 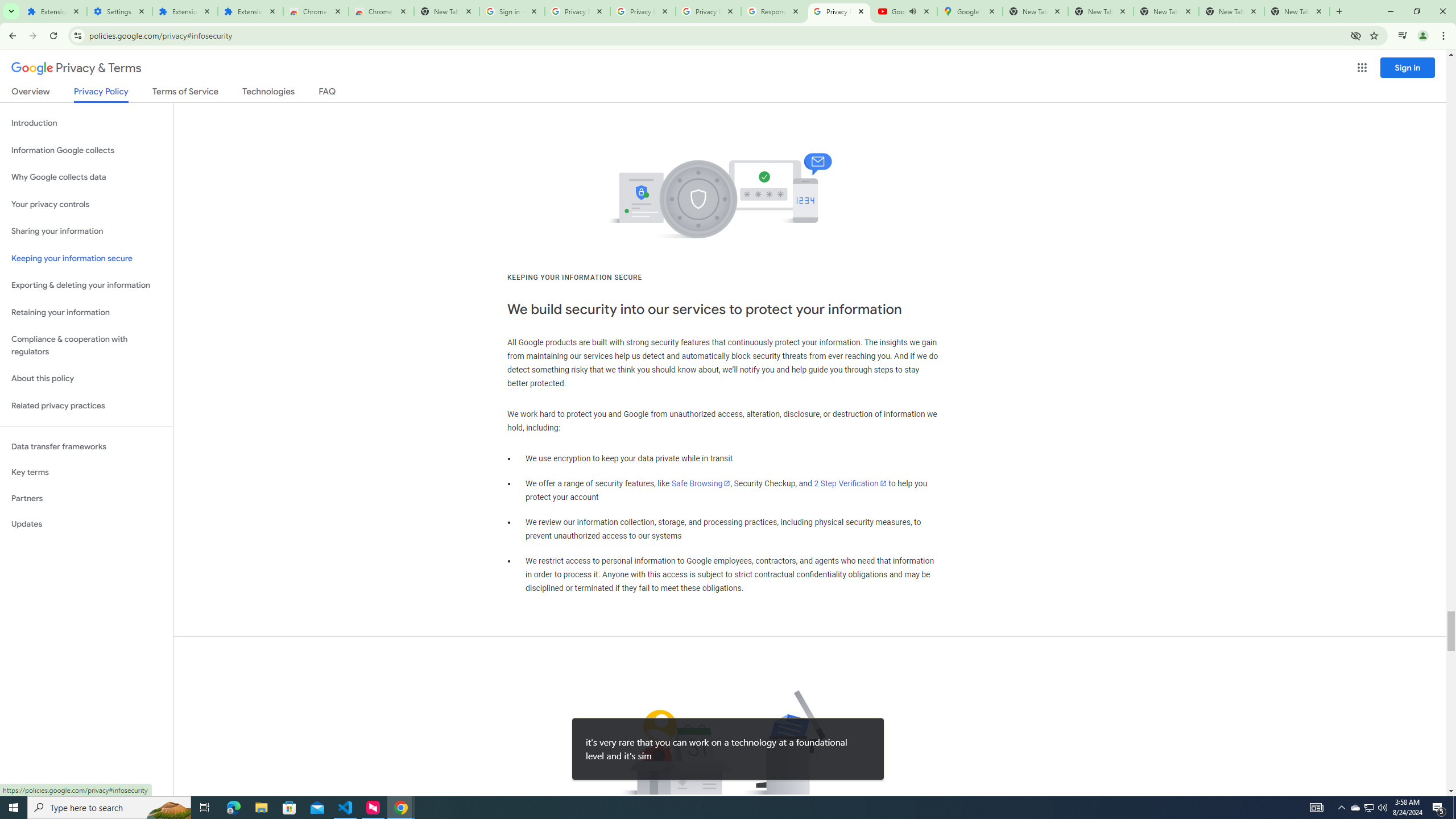 I want to click on 'Google Maps', so click(x=969, y=11).